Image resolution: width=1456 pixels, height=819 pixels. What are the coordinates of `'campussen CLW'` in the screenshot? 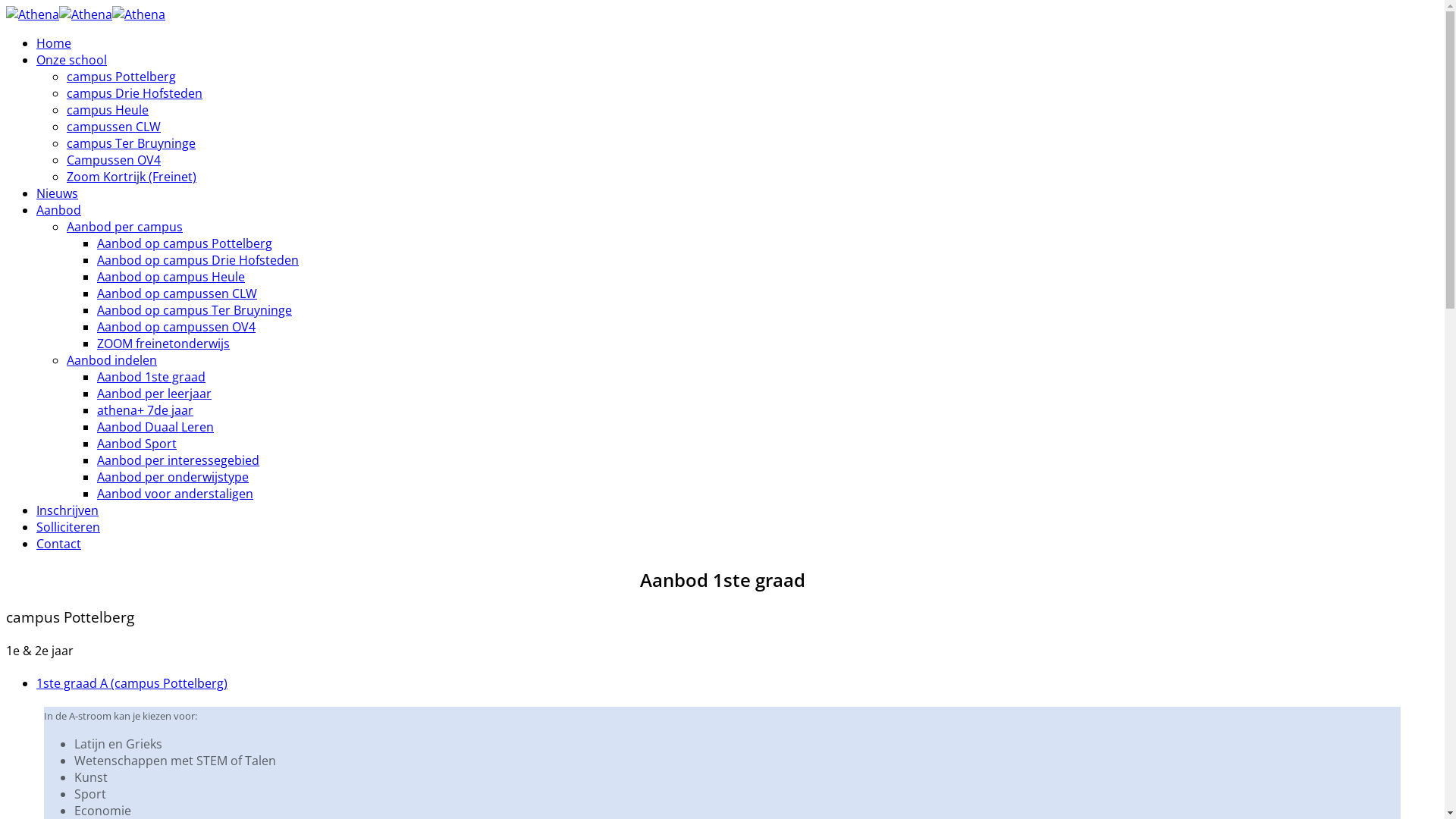 It's located at (112, 125).